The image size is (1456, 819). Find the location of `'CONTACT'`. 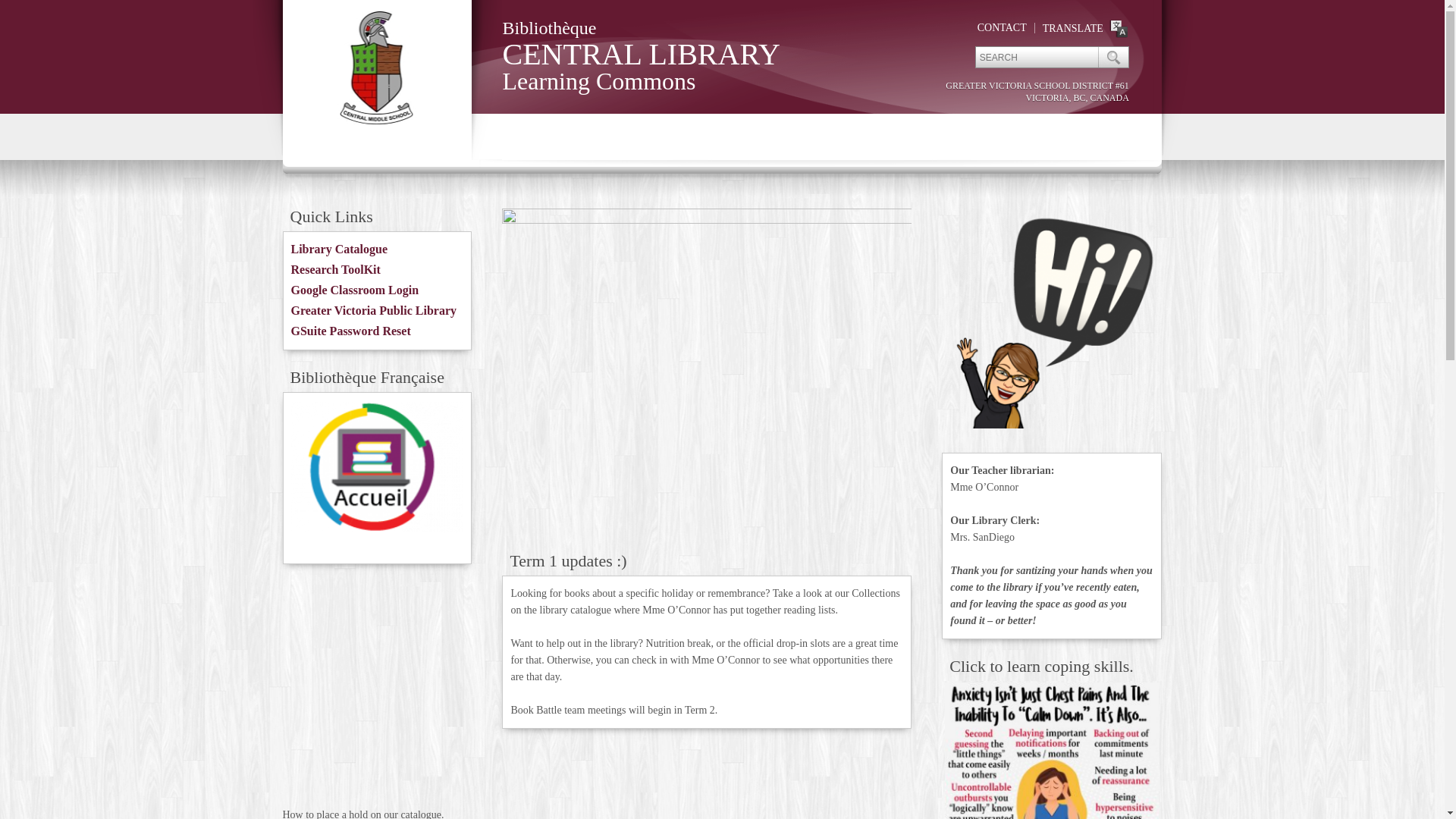

'CONTACT' is located at coordinates (1002, 27).